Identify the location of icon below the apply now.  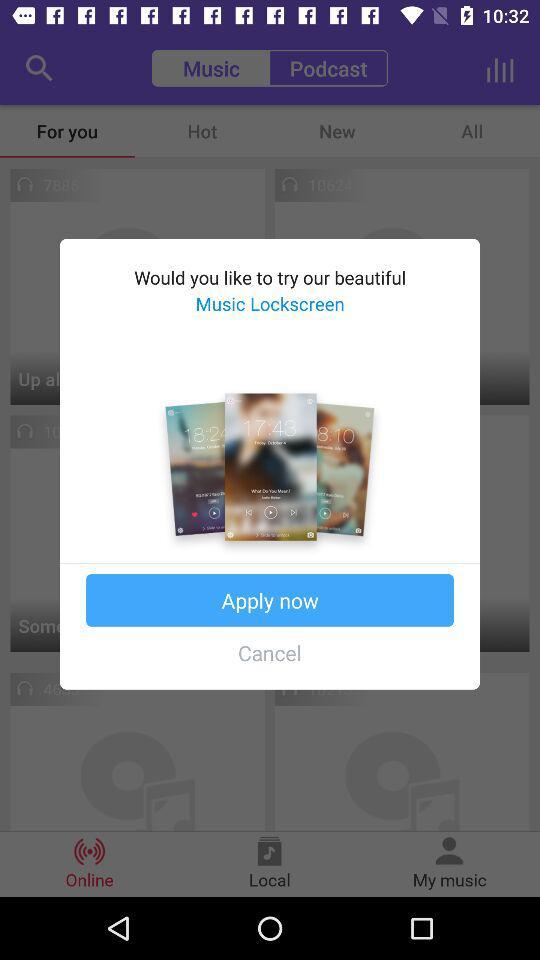
(270, 651).